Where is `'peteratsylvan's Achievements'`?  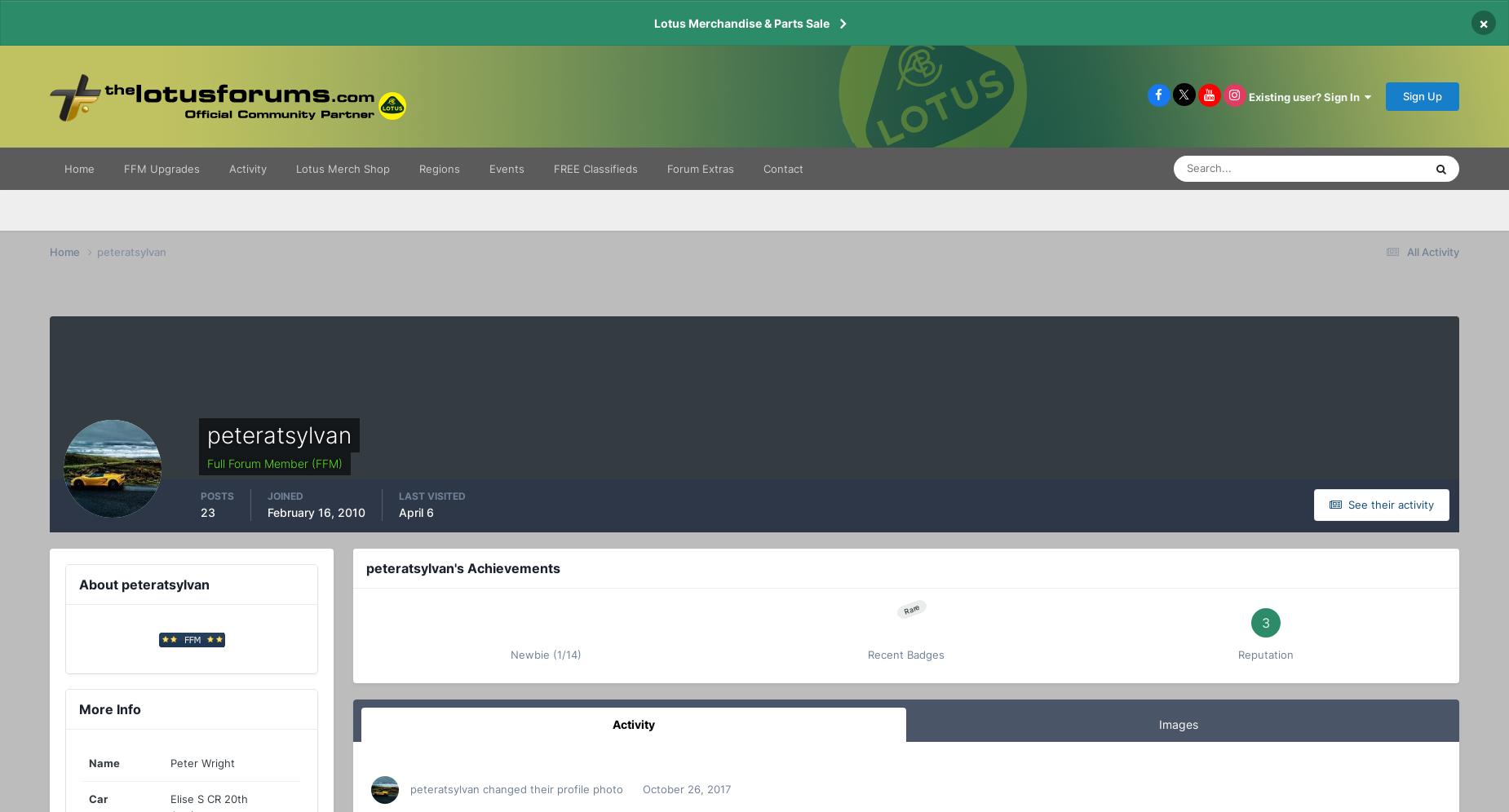 'peteratsylvan's Achievements' is located at coordinates (462, 568).